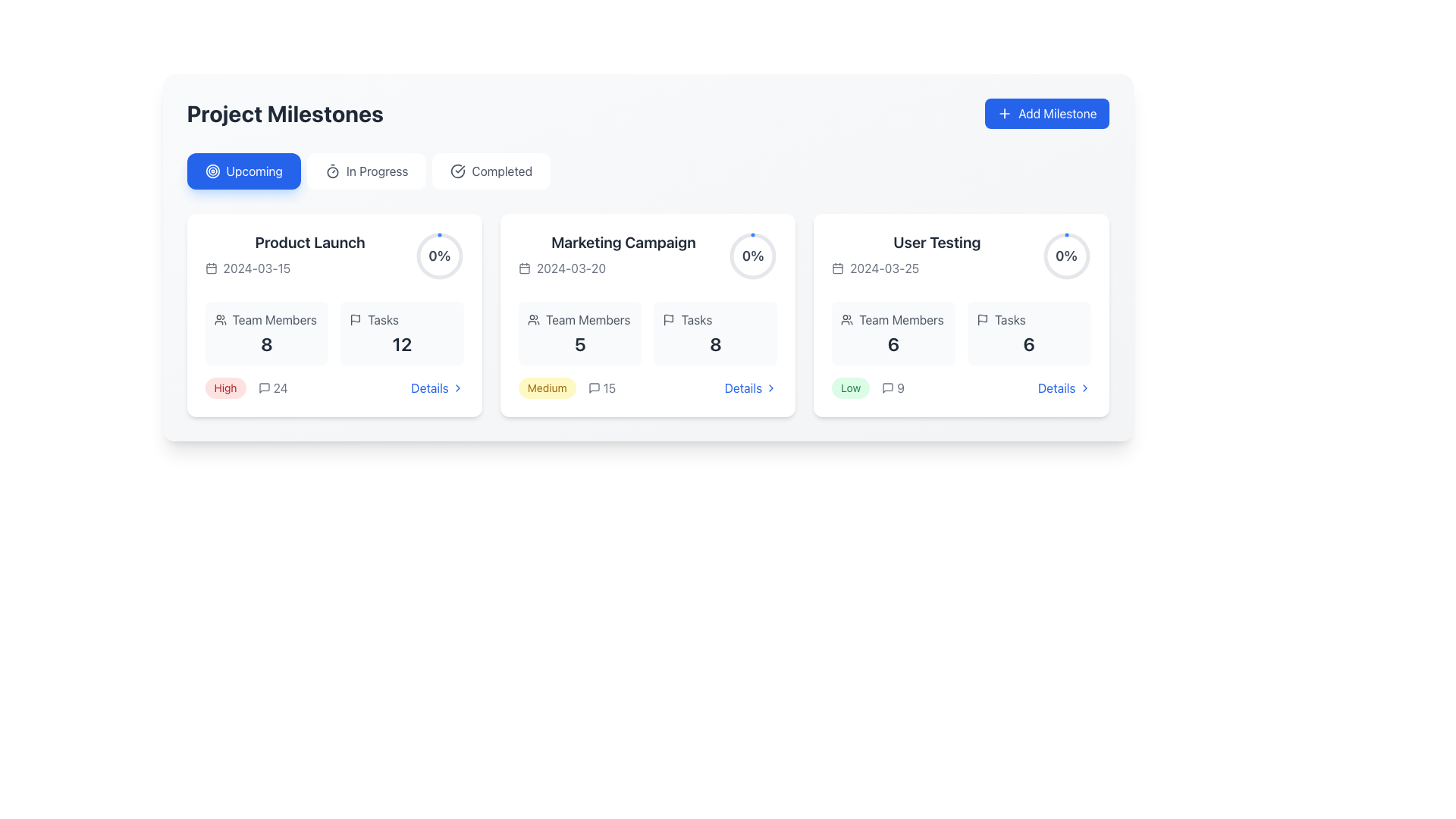 The height and width of the screenshot is (819, 1456). I want to click on the calendar icon located, so click(837, 268).